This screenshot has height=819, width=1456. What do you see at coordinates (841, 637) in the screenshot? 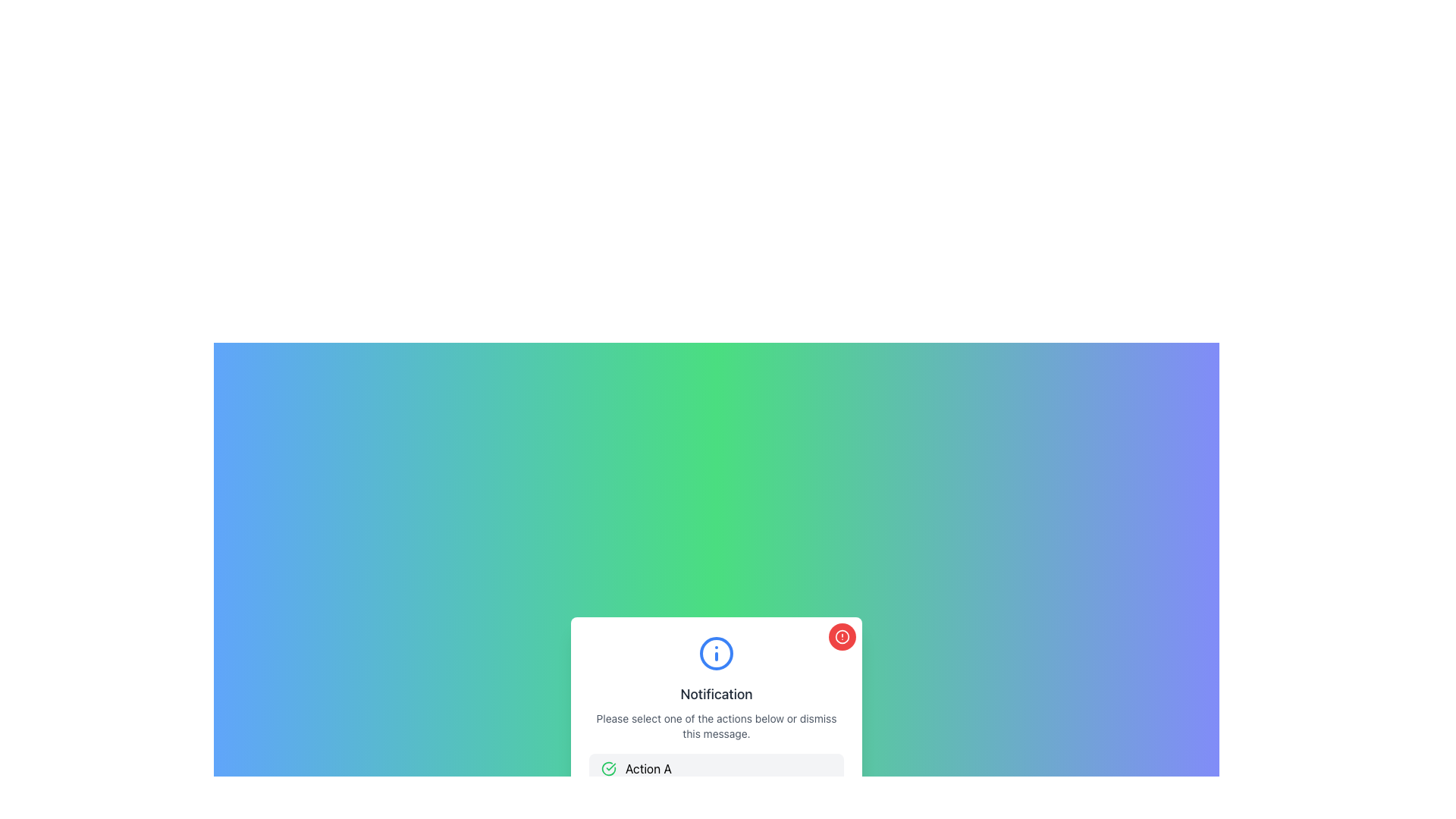
I see `the button in the top-right corner of the notification card` at bounding box center [841, 637].